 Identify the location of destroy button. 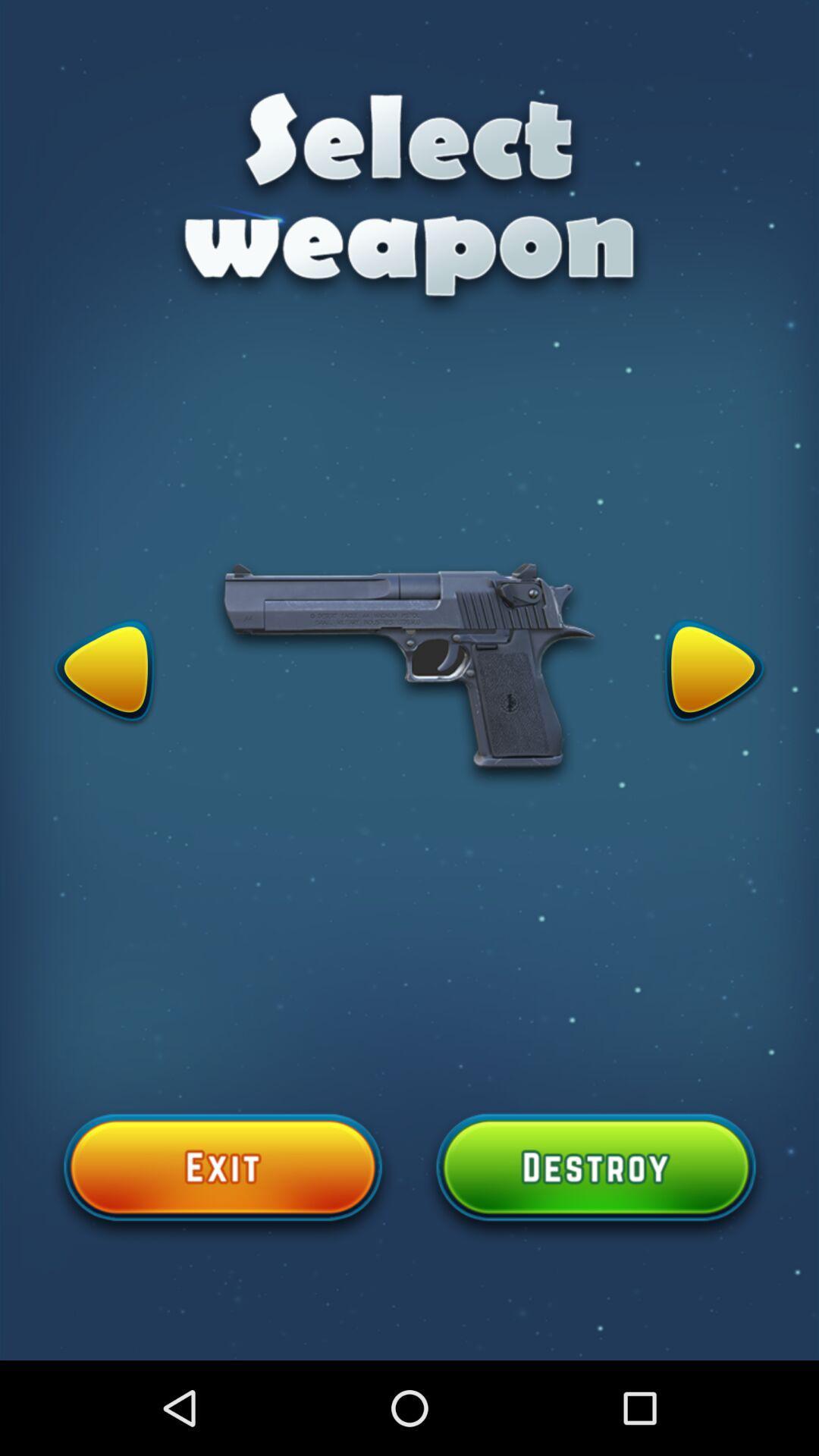
(595, 1175).